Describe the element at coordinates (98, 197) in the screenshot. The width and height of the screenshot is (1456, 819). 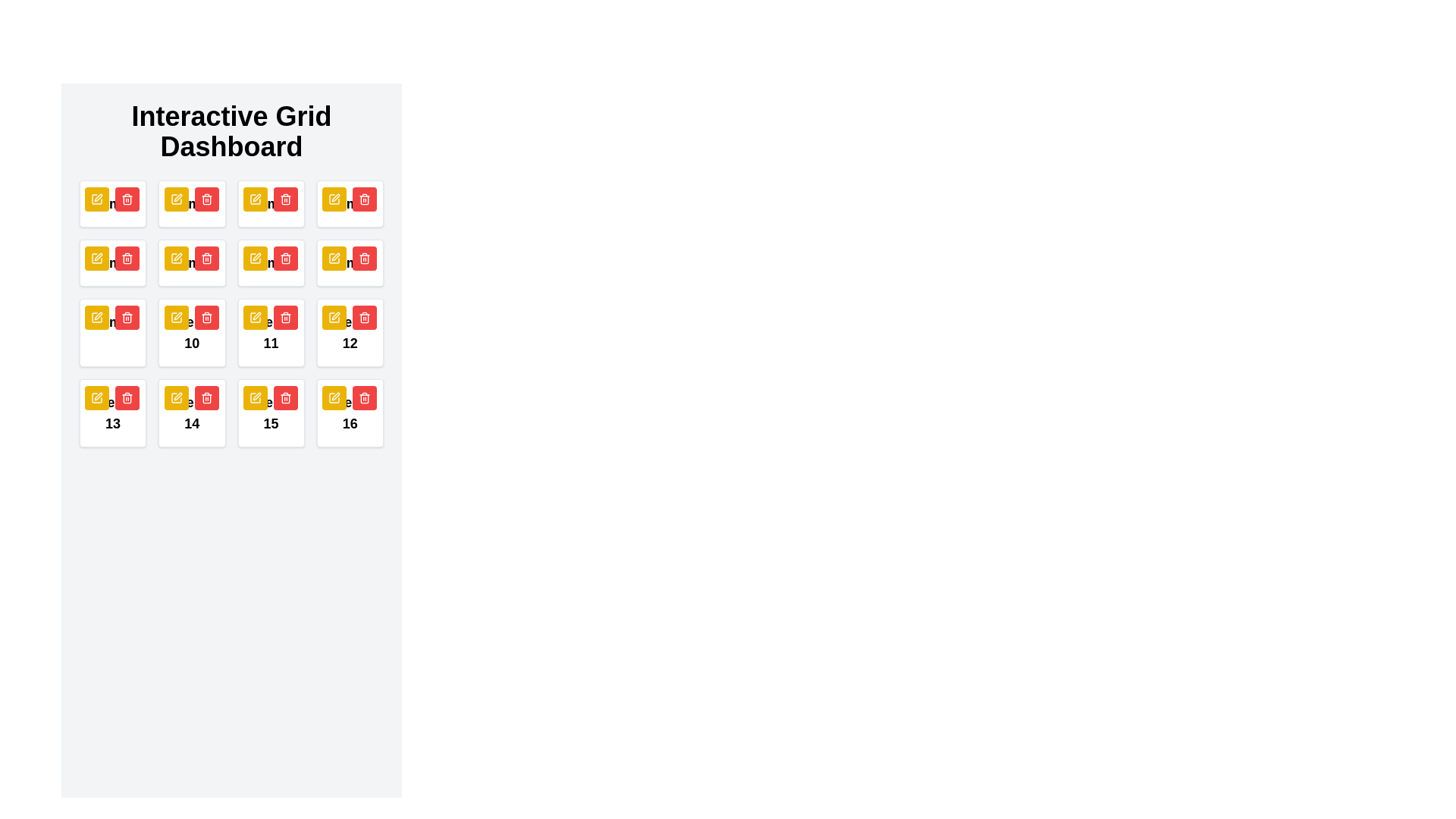
I see `the edit icon button located in the top-left corner of the first card in the dashboard, which allows users to initiate editing of the content or settings associated with the grid item` at that location.